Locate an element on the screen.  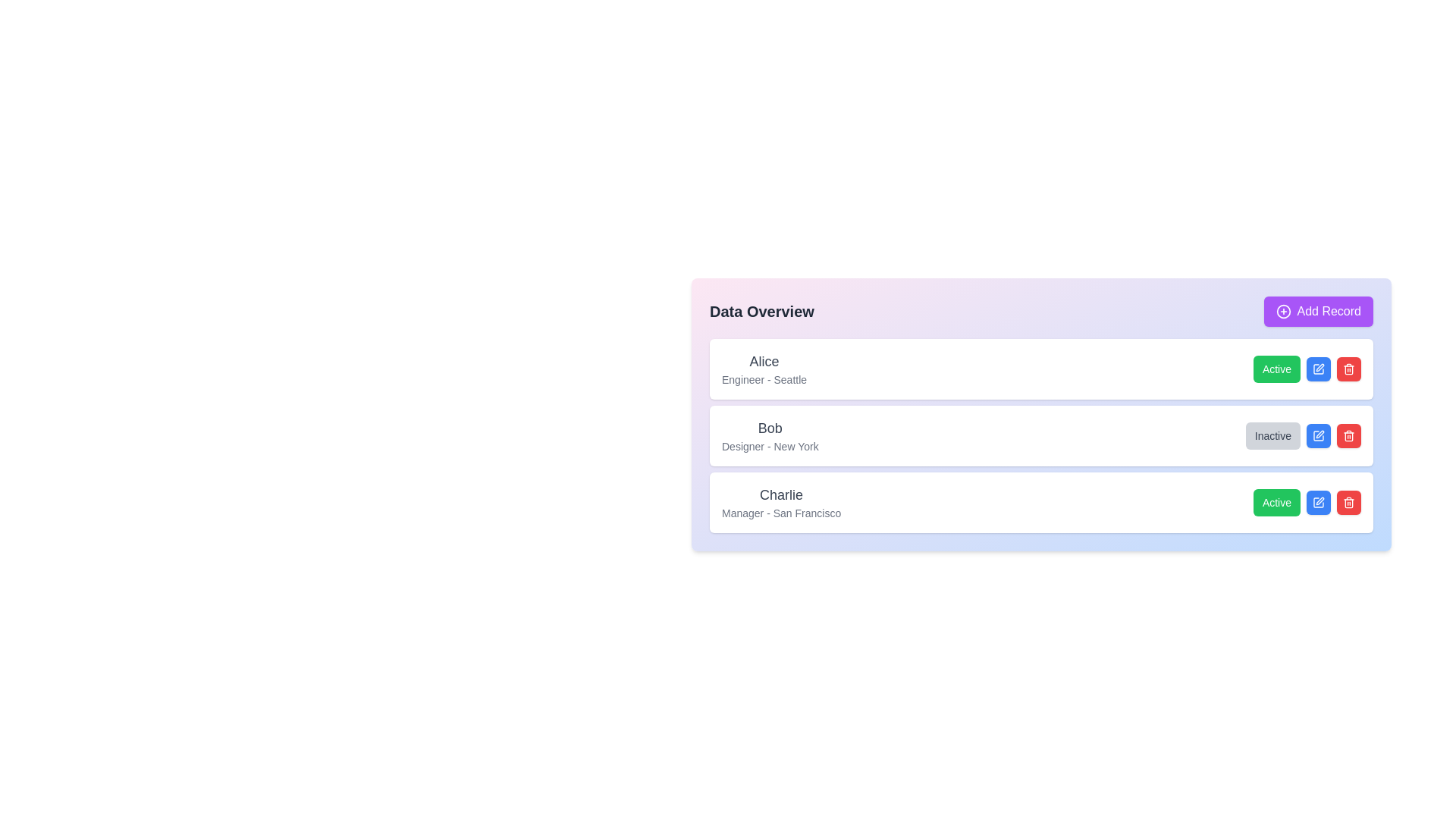
the first button in the structured list is located at coordinates (1276, 503).